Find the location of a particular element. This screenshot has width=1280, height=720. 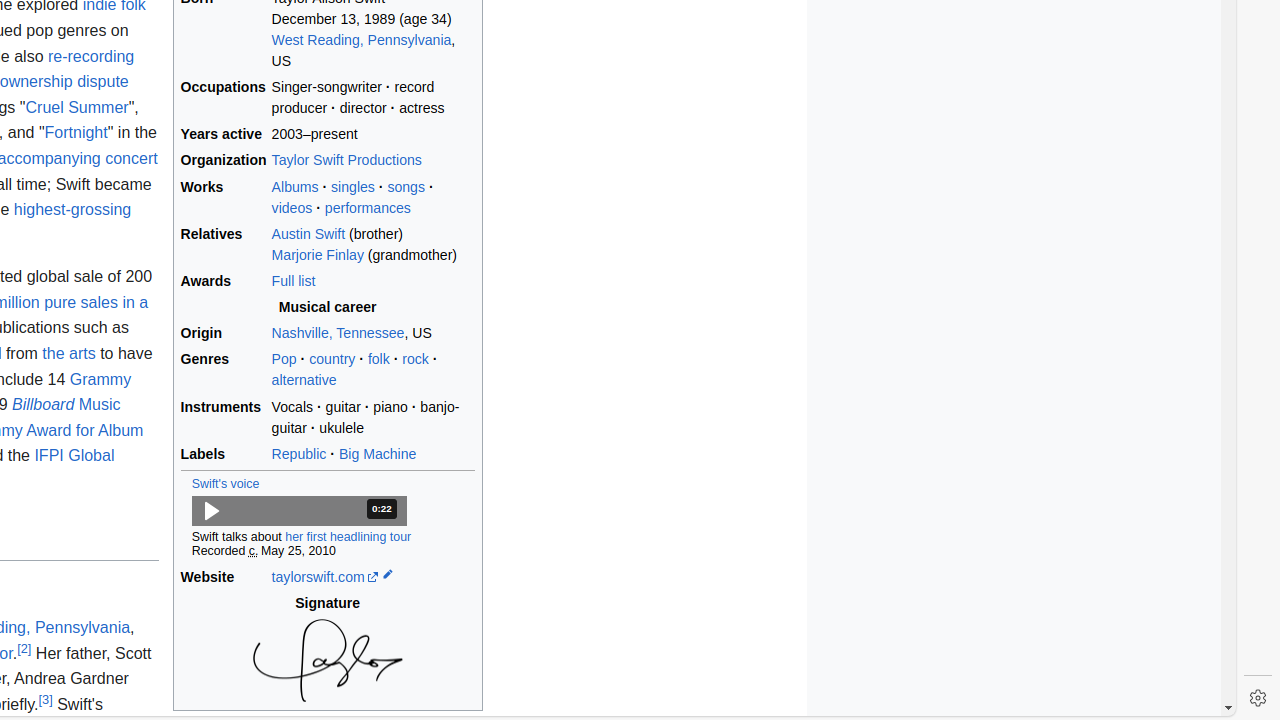

'Big Machine' is located at coordinates (377, 453).